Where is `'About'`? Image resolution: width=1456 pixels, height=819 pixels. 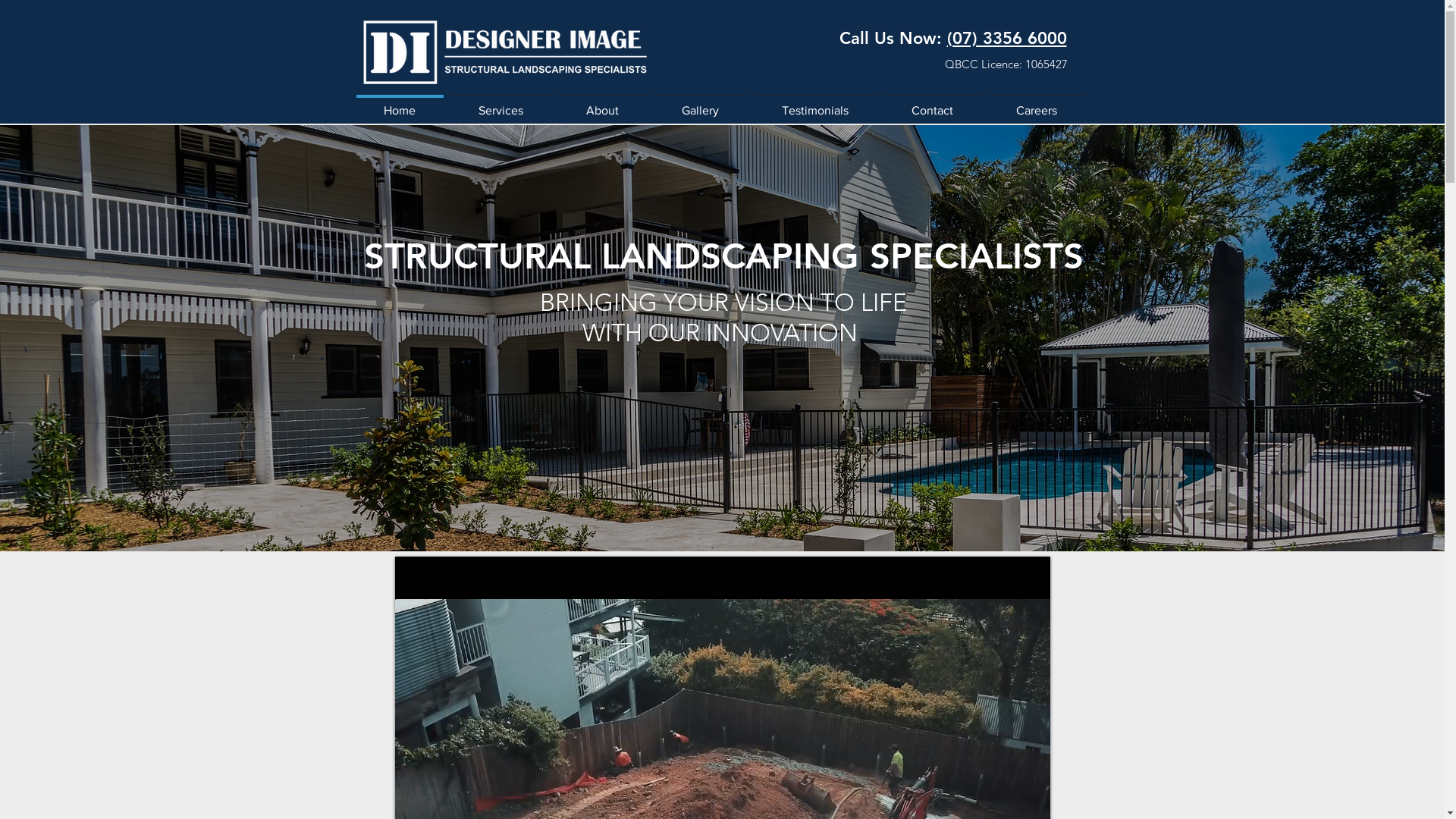
'About' is located at coordinates (602, 102).